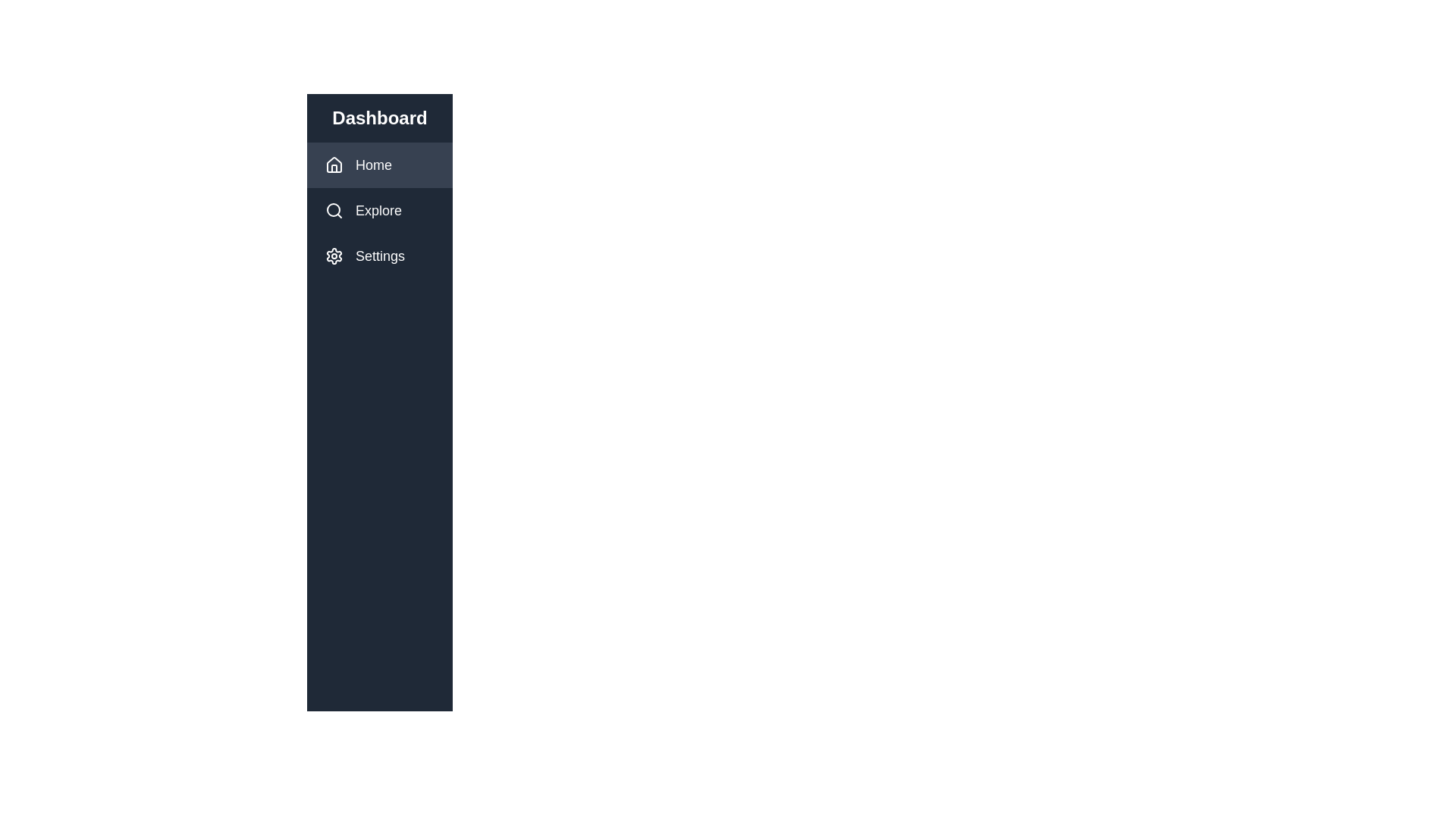  Describe the element at coordinates (340, 210) in the screenshot. I see `the Magnifying Glass icon located to the left of the 'Explore' text in the left vertical navigation menu` at that location.